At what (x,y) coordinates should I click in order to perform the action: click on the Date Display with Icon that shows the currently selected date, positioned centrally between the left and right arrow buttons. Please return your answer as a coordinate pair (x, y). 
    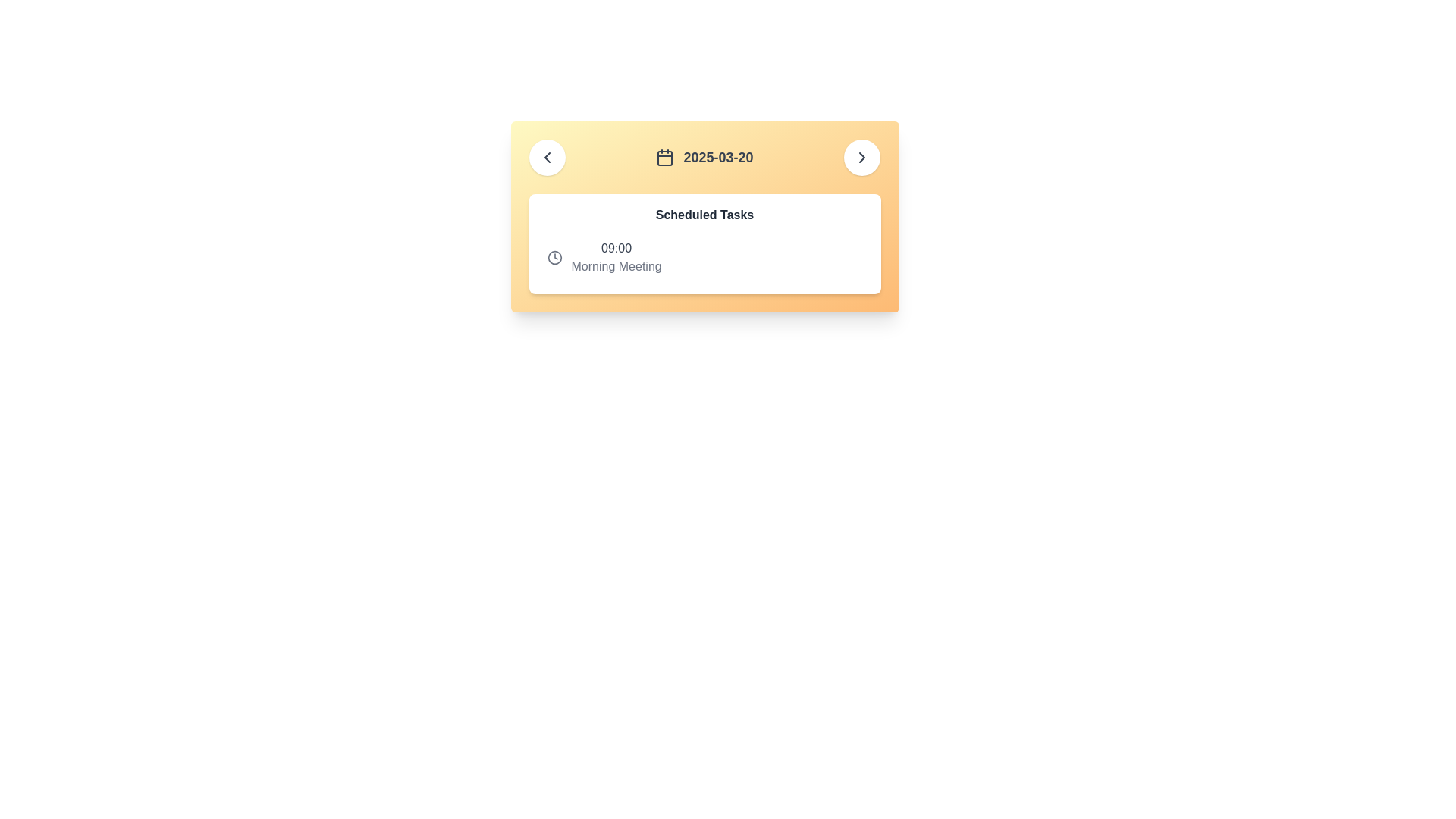
    Looking at the image, I should click on (704, 158).